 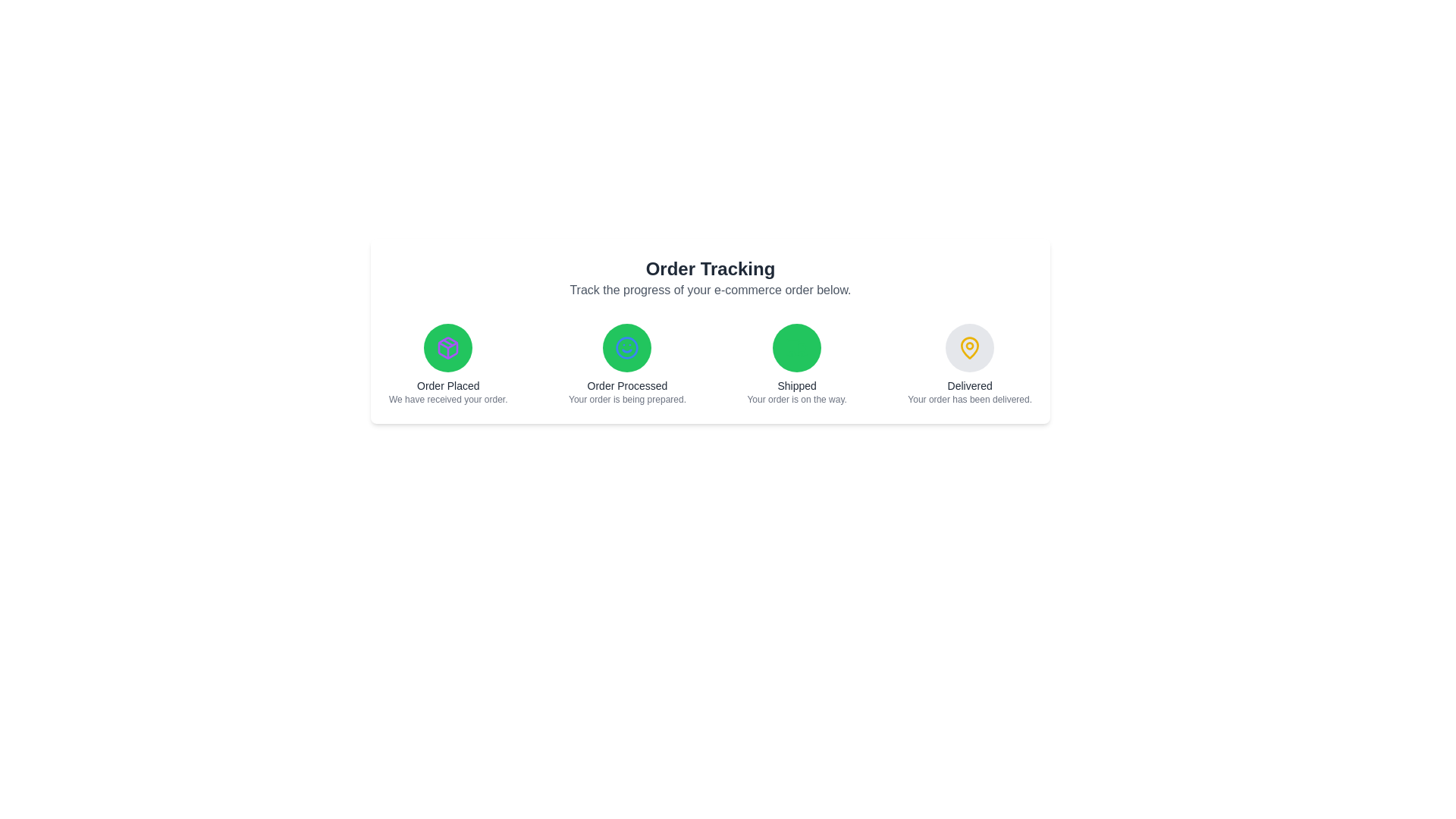 I want to click on text from the informational component with a green circular icon and a blue smiley face, titled 'Order Processed' and containing the message 'Your order is being prepared.', so click(x=627, y=365).